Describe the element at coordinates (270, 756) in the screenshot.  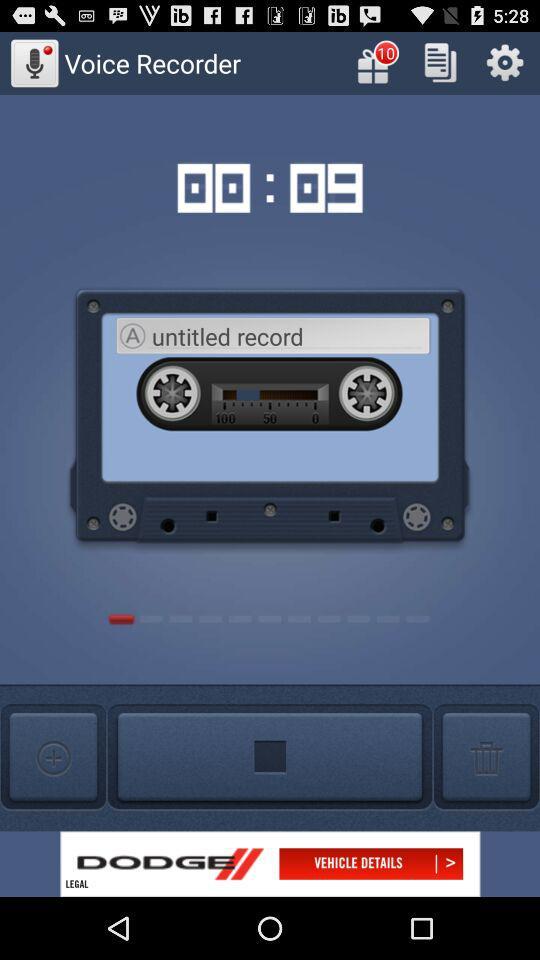
I see `shows record start option` at that location.